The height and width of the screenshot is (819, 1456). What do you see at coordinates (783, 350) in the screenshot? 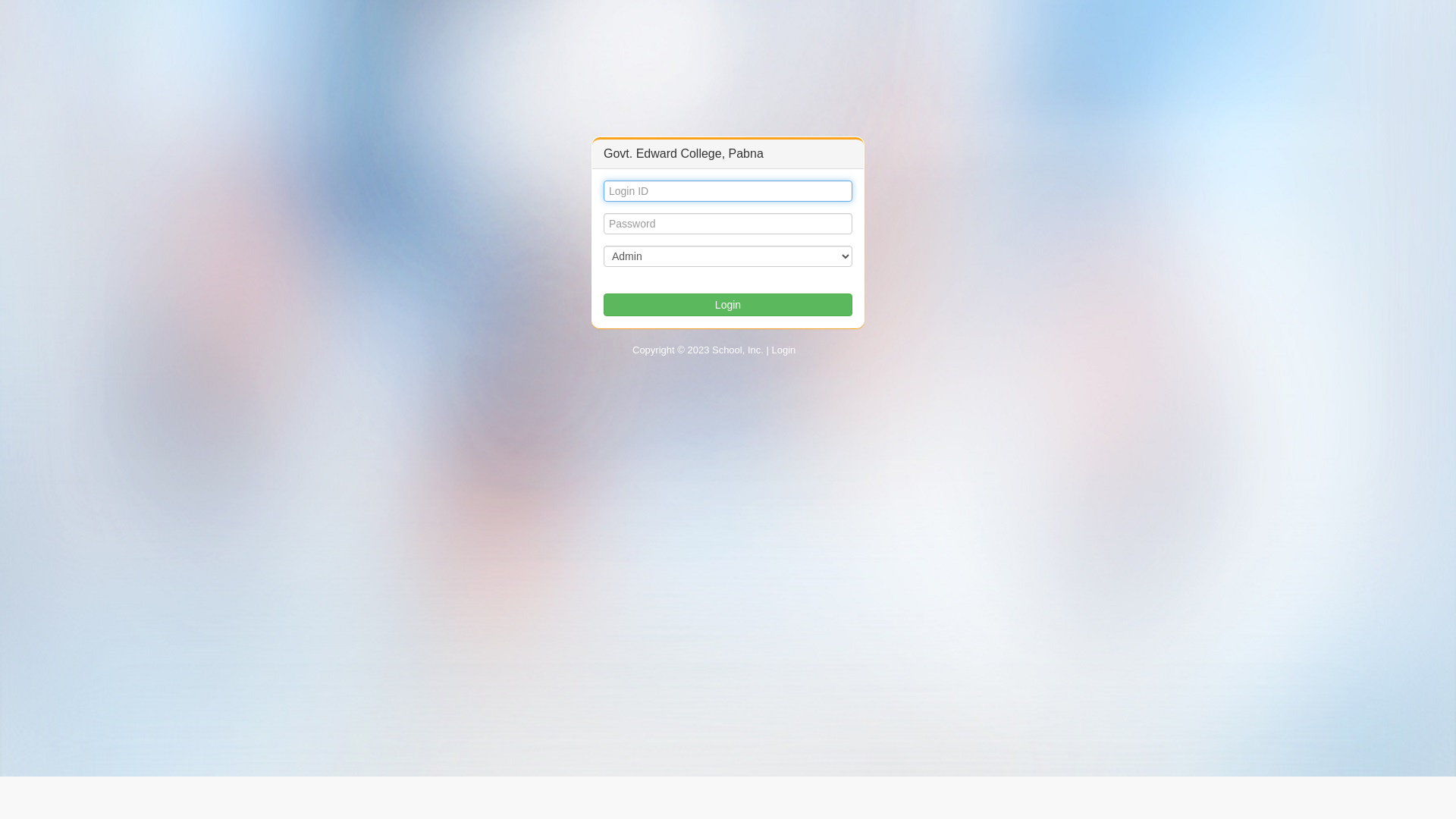
I see `'Login'` at bounding box center [783, 350].